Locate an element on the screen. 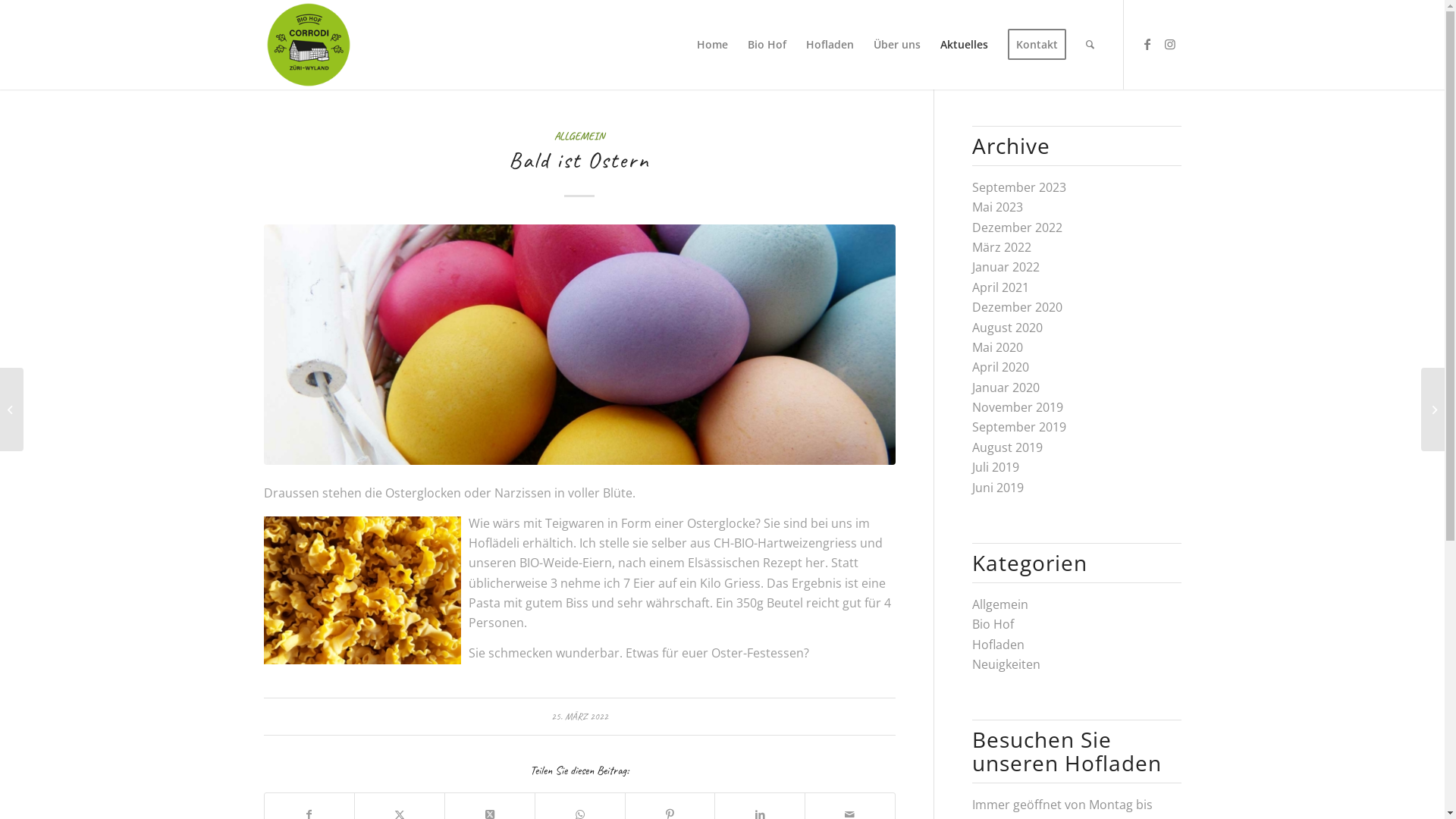 This screenshot has height=819, width=1456. 'Juli 2019' is located at coordinates (971, 466).